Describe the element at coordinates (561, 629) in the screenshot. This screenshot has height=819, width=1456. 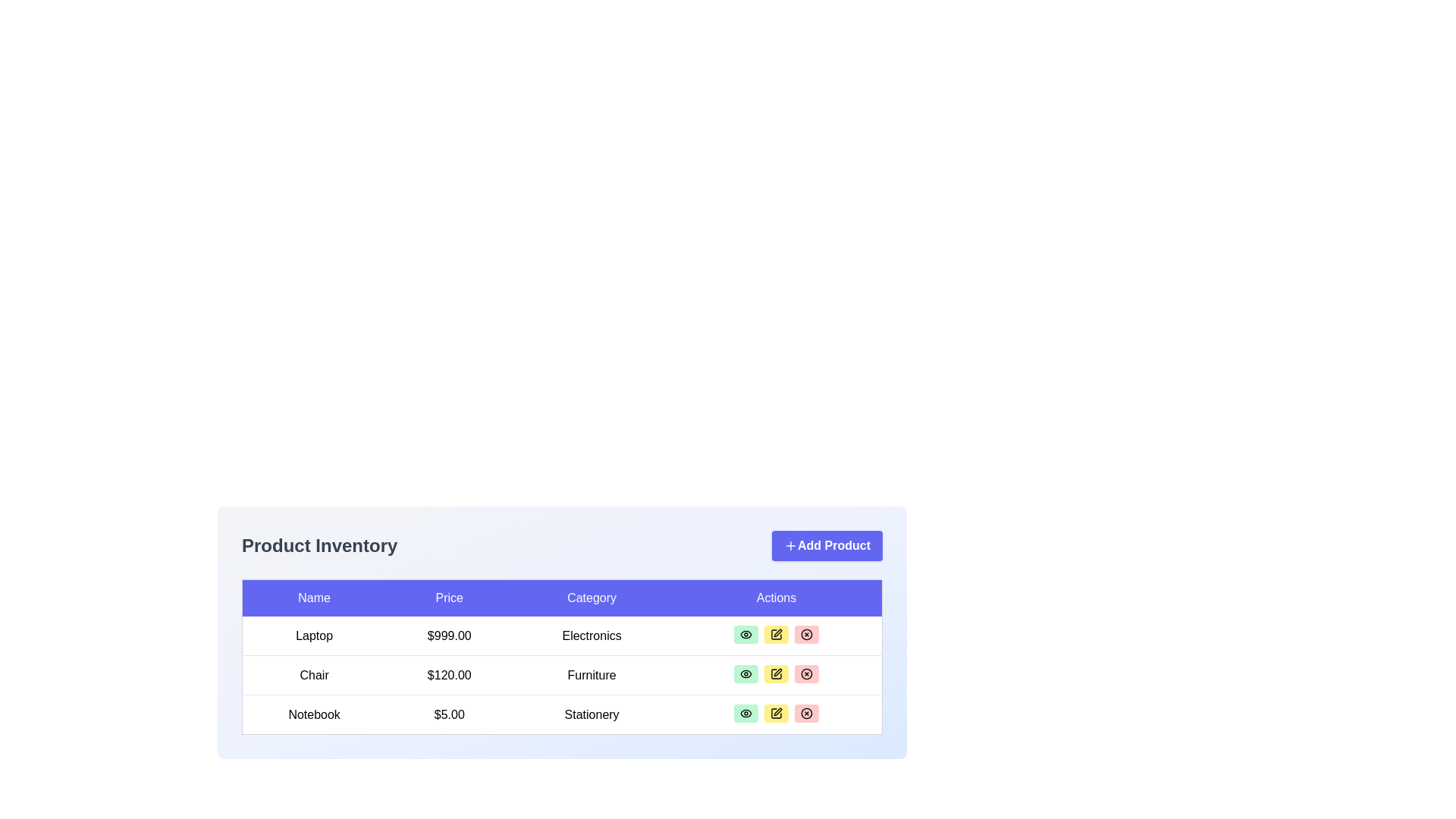
I see `the table cell displaying the category value 'Electronics' in the inventory section, located in the first row under the 'Category' column` at that location.